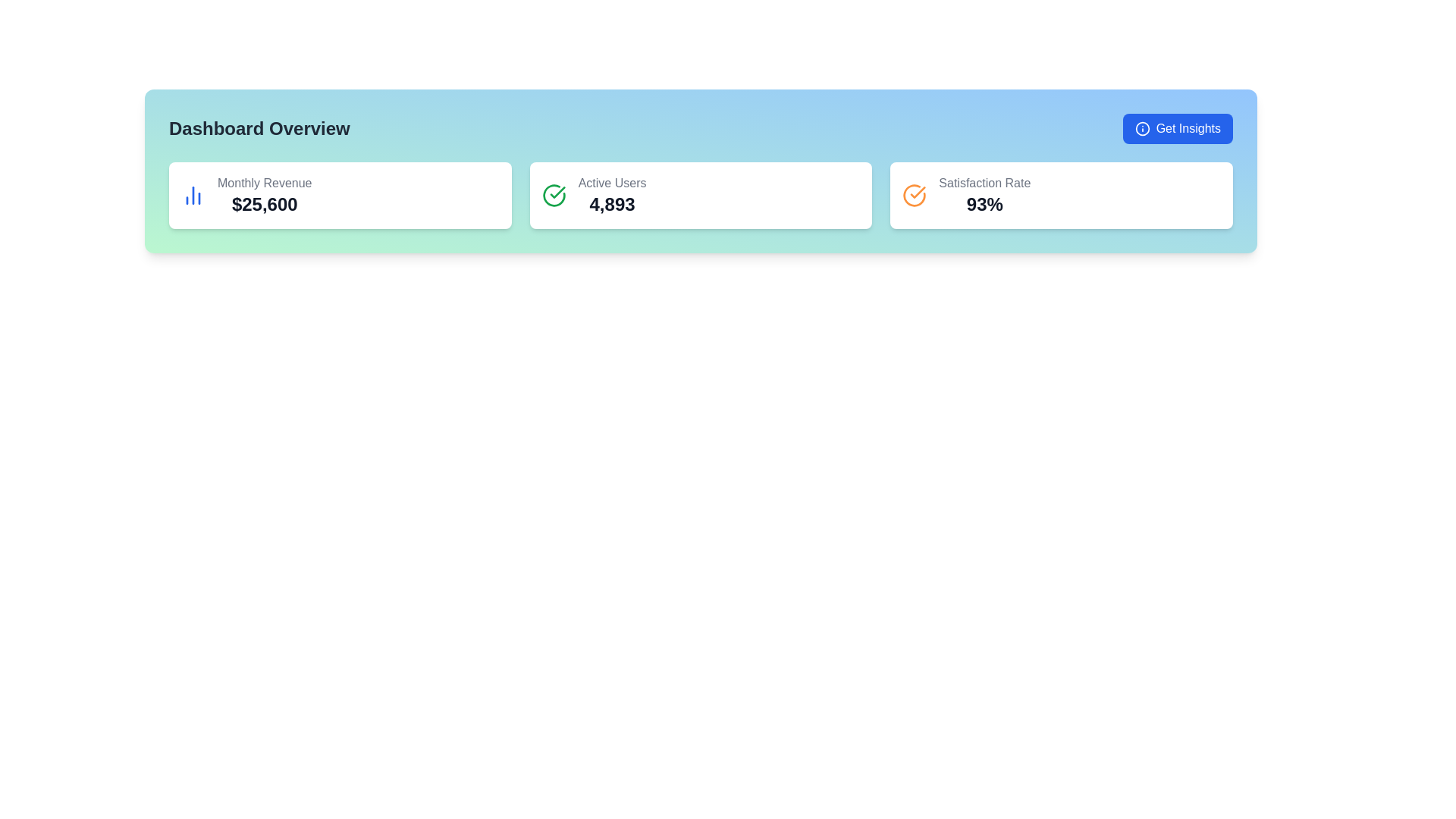  I want to click on the financial metric text display for the monthly revenue value, located beneath the heading 'Monthly Revenue' in the leftmost card, so click(265, 205).